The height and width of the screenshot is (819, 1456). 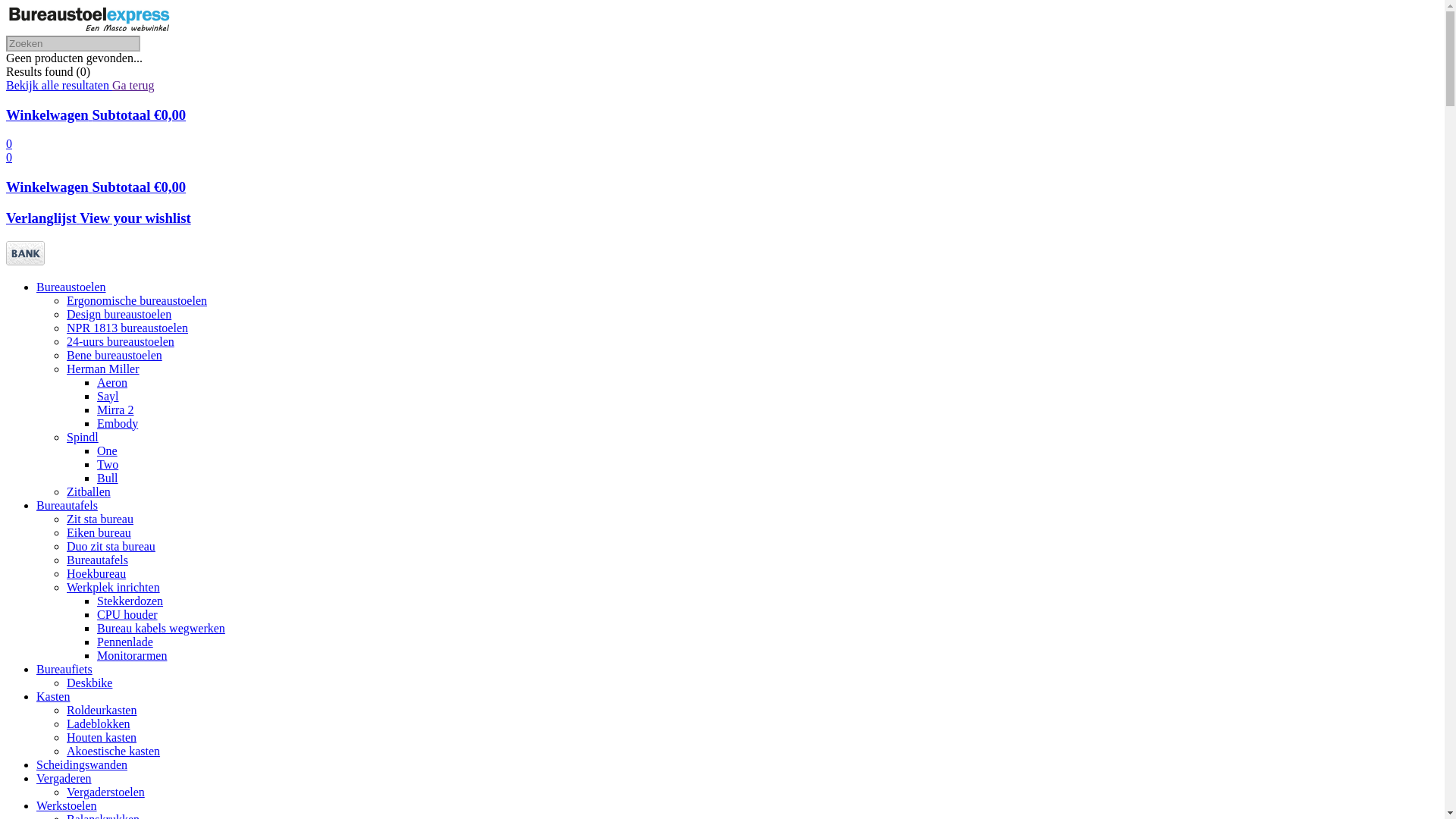 What do you see at coordinates (65, 437) in the screenshot?
I see `'Spindl'` at bounding box center [65, 437].